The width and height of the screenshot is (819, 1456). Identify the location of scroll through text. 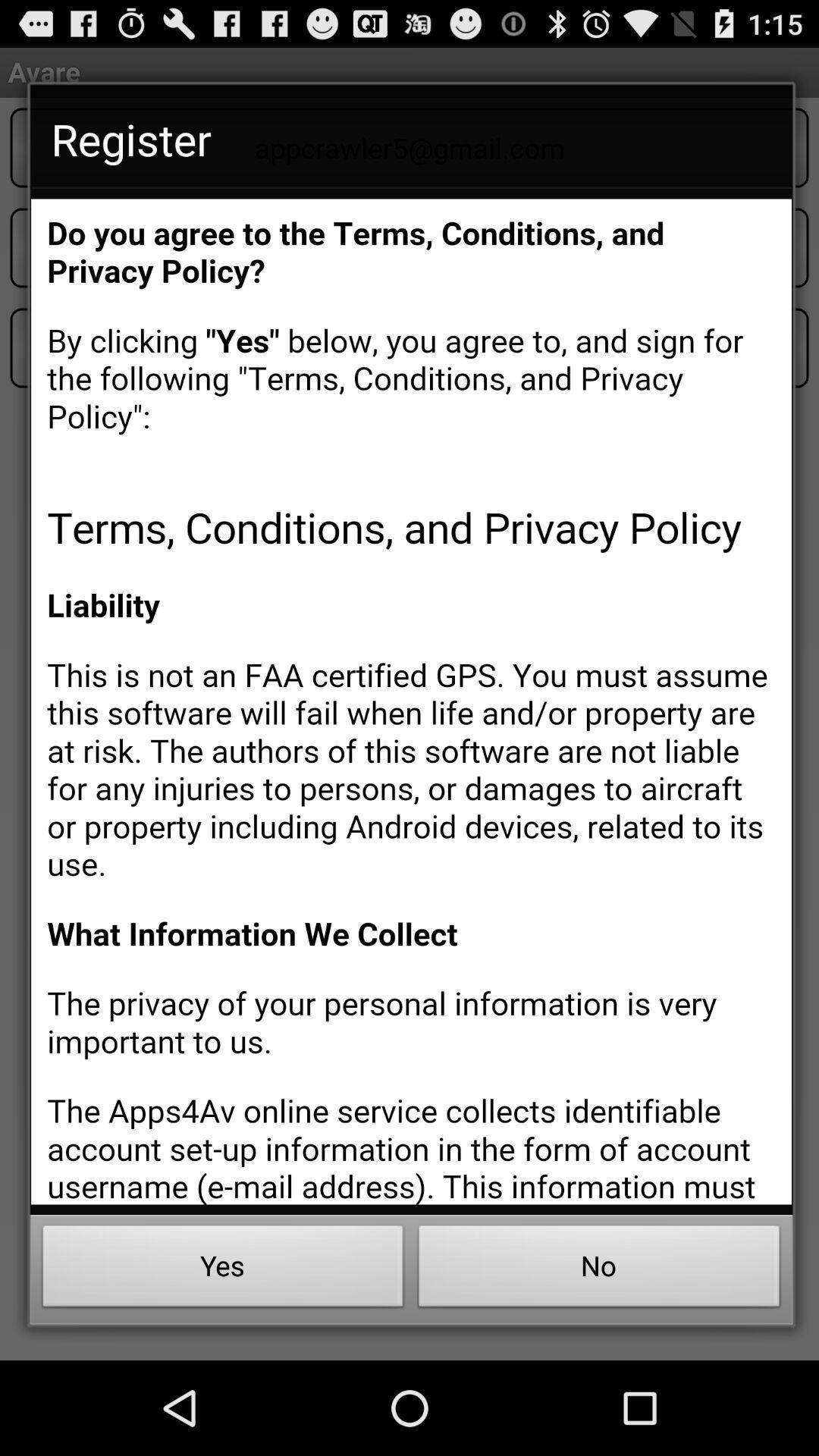
(411, 701).